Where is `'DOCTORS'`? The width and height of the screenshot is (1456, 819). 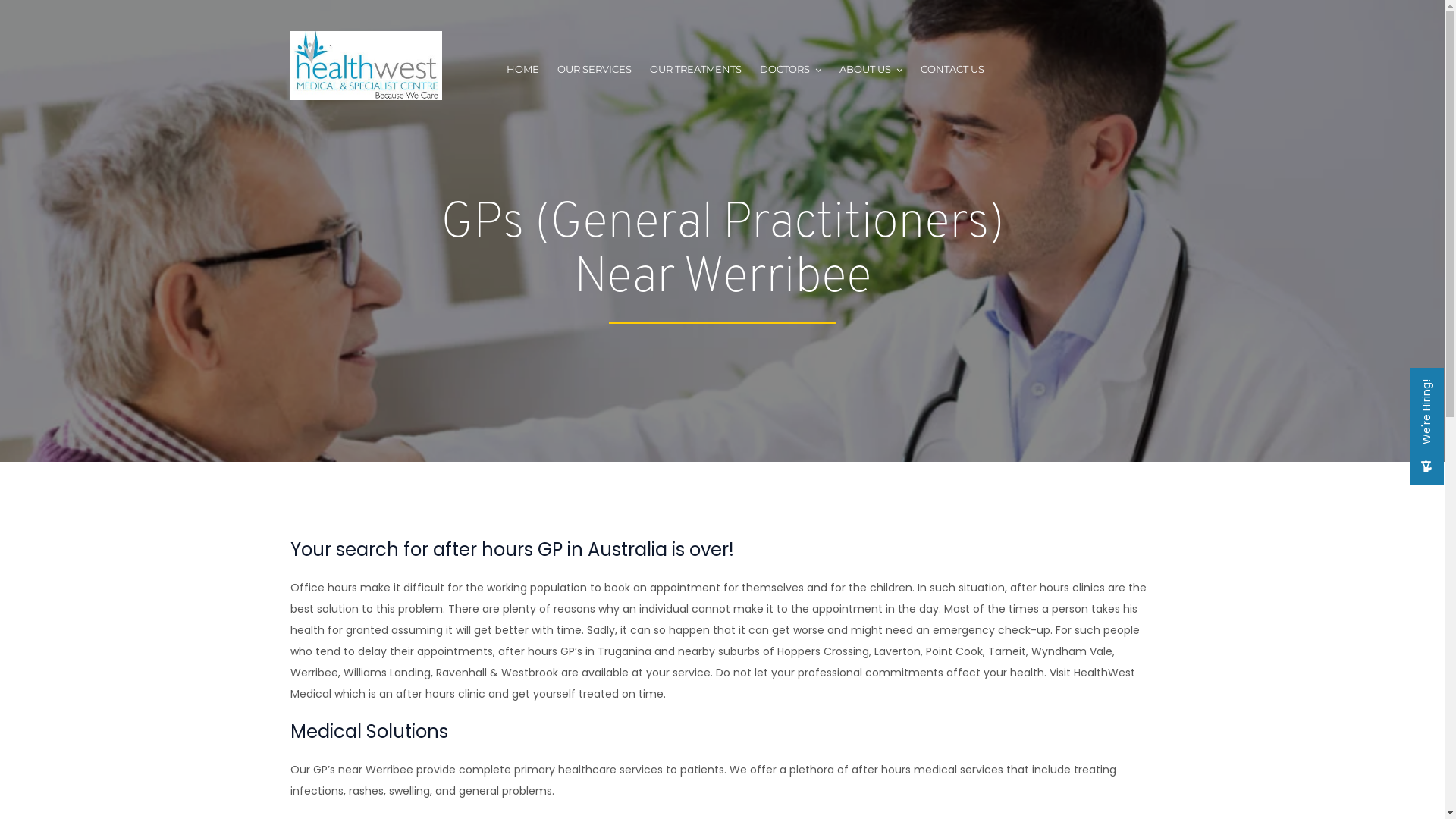 'DOCTORS' is located at coordinates (760, 71).